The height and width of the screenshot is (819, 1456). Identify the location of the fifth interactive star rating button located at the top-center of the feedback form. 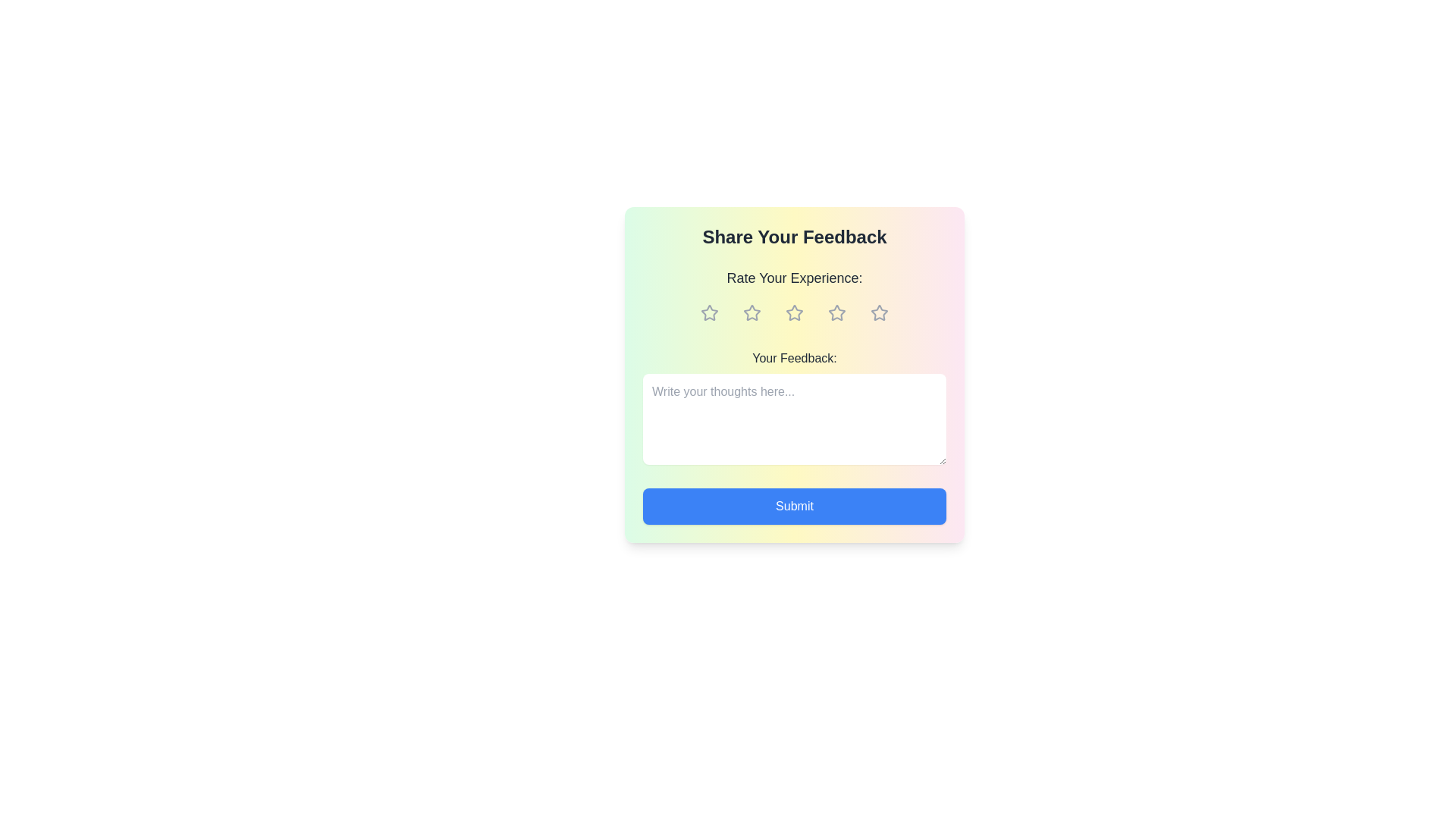
(880, 312).